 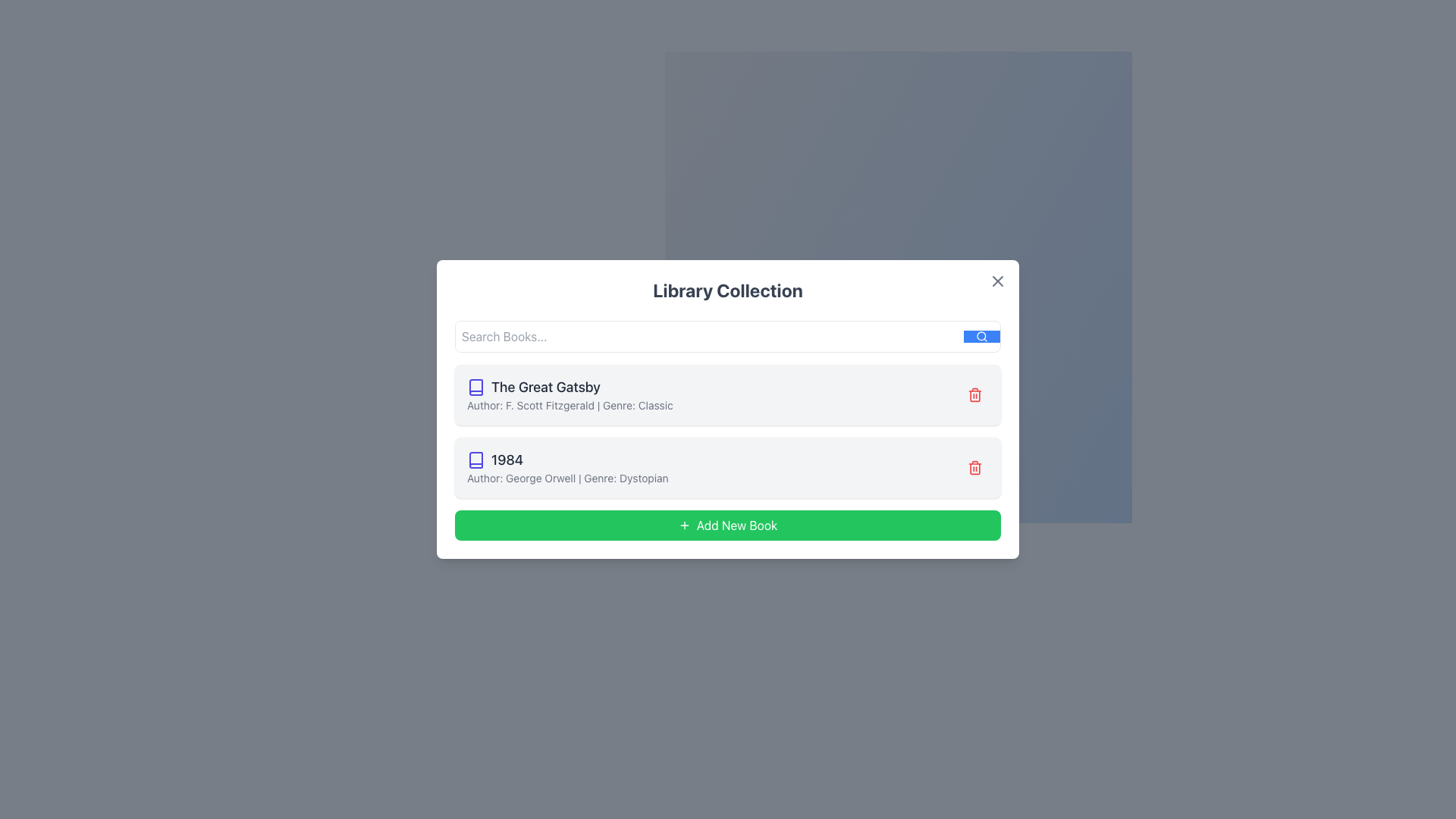 I want to click on the interactive button containing the SVG trash icon for the book '1984' to change its background color, so click(x=975, y=467).